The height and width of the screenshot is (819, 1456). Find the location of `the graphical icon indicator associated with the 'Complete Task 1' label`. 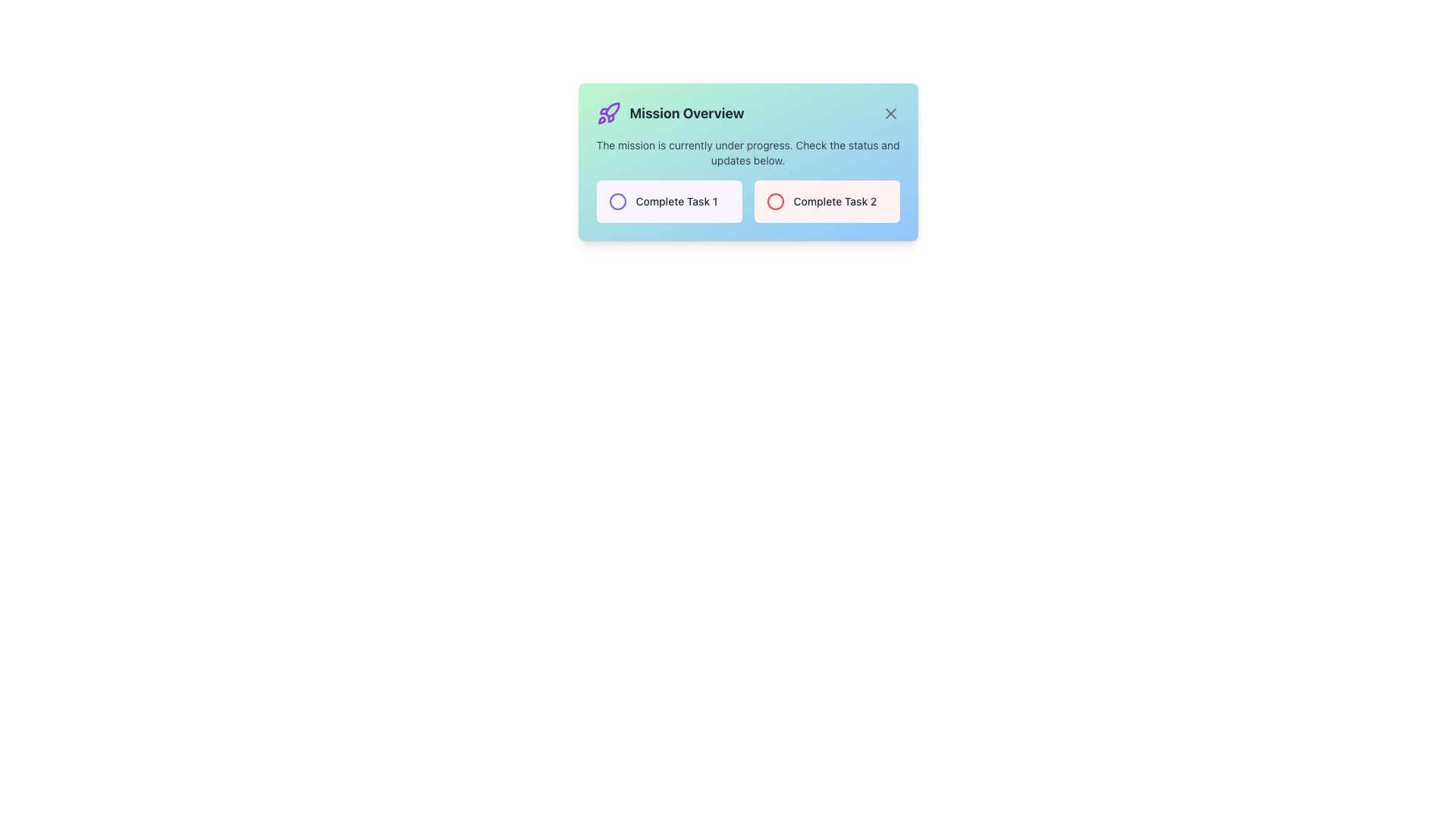

the graphical icon indicator associated with the 'Complete Task 1' label is located at coordinates (617, 201).